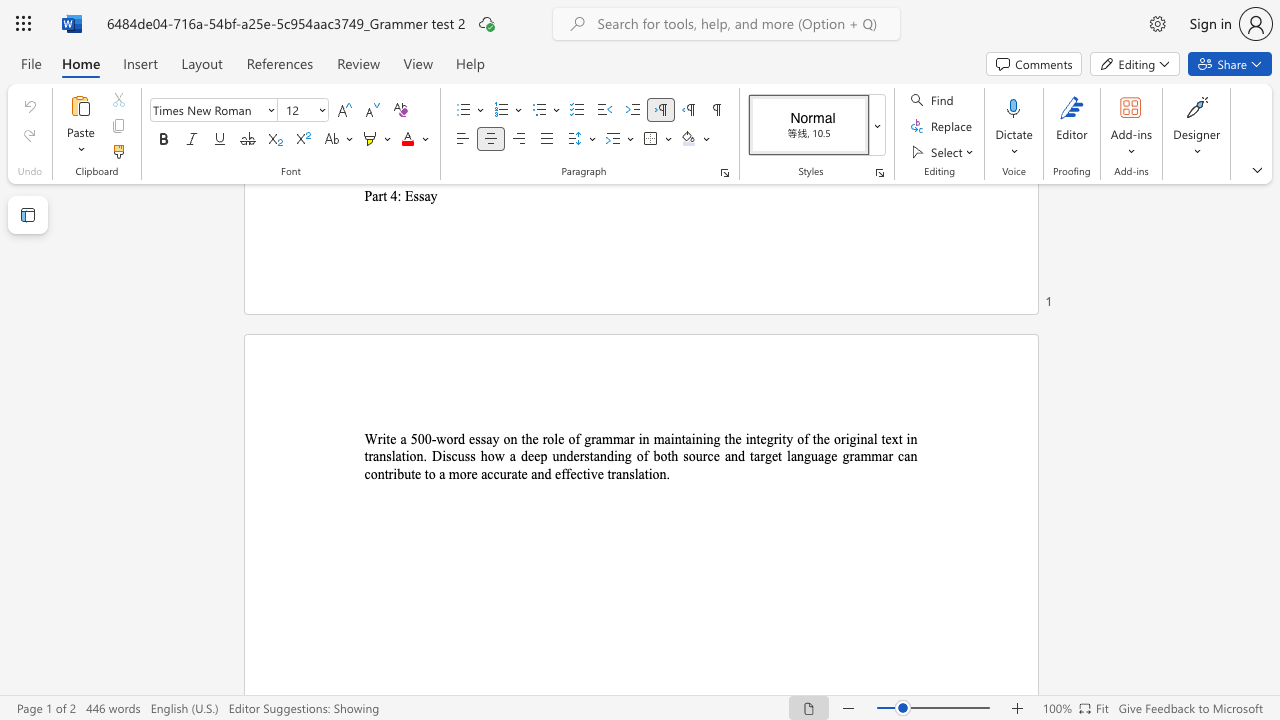 The width and height of the screenshot is (1280, 720). What do you see at coordinates (648, 474) in the screenshot?
I see `the subset text "ion." within the text "and effective translation."` at bounding box center [648, 474].